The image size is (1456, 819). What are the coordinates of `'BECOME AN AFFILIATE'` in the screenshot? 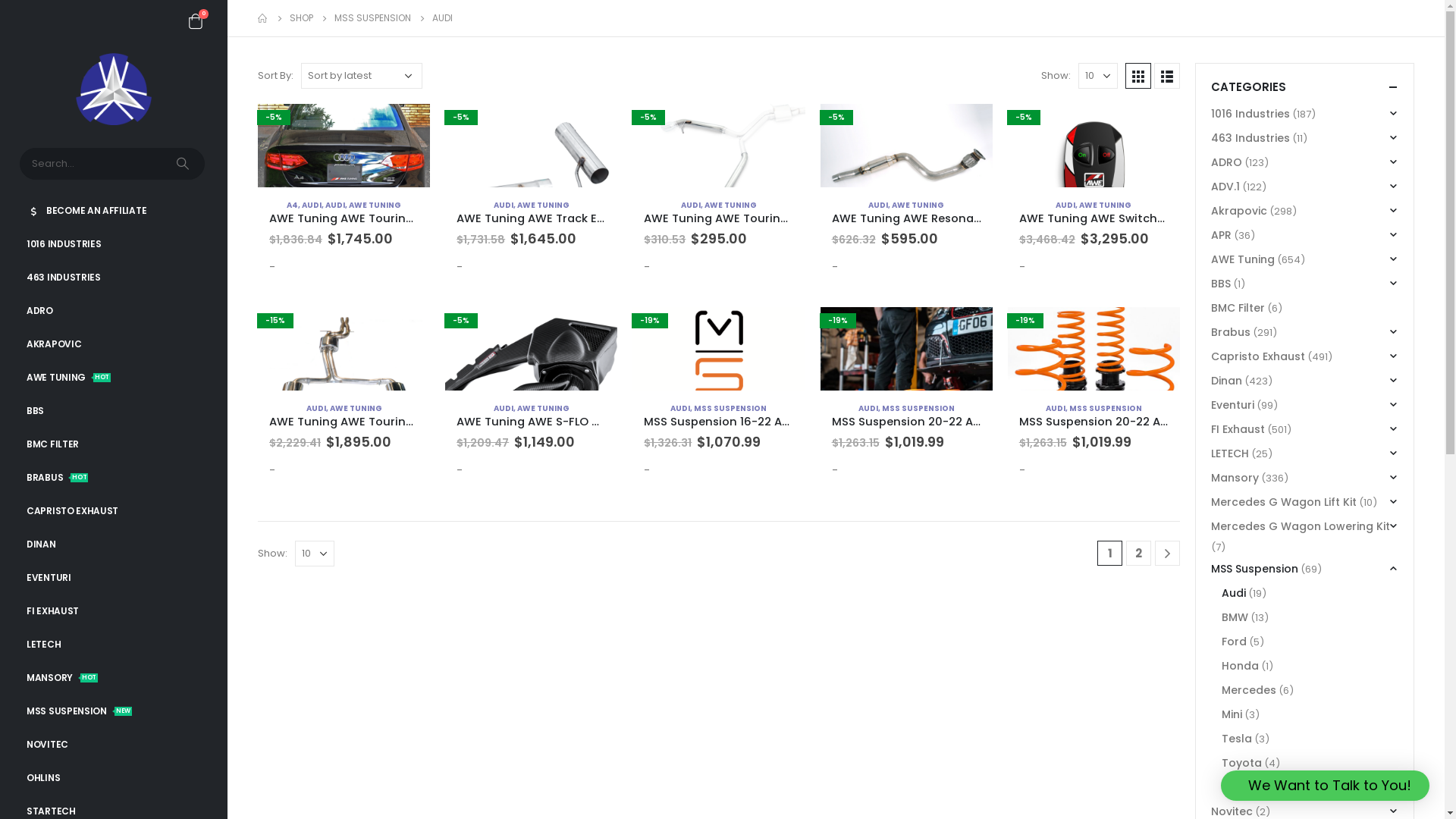 It's located at (22, 211).